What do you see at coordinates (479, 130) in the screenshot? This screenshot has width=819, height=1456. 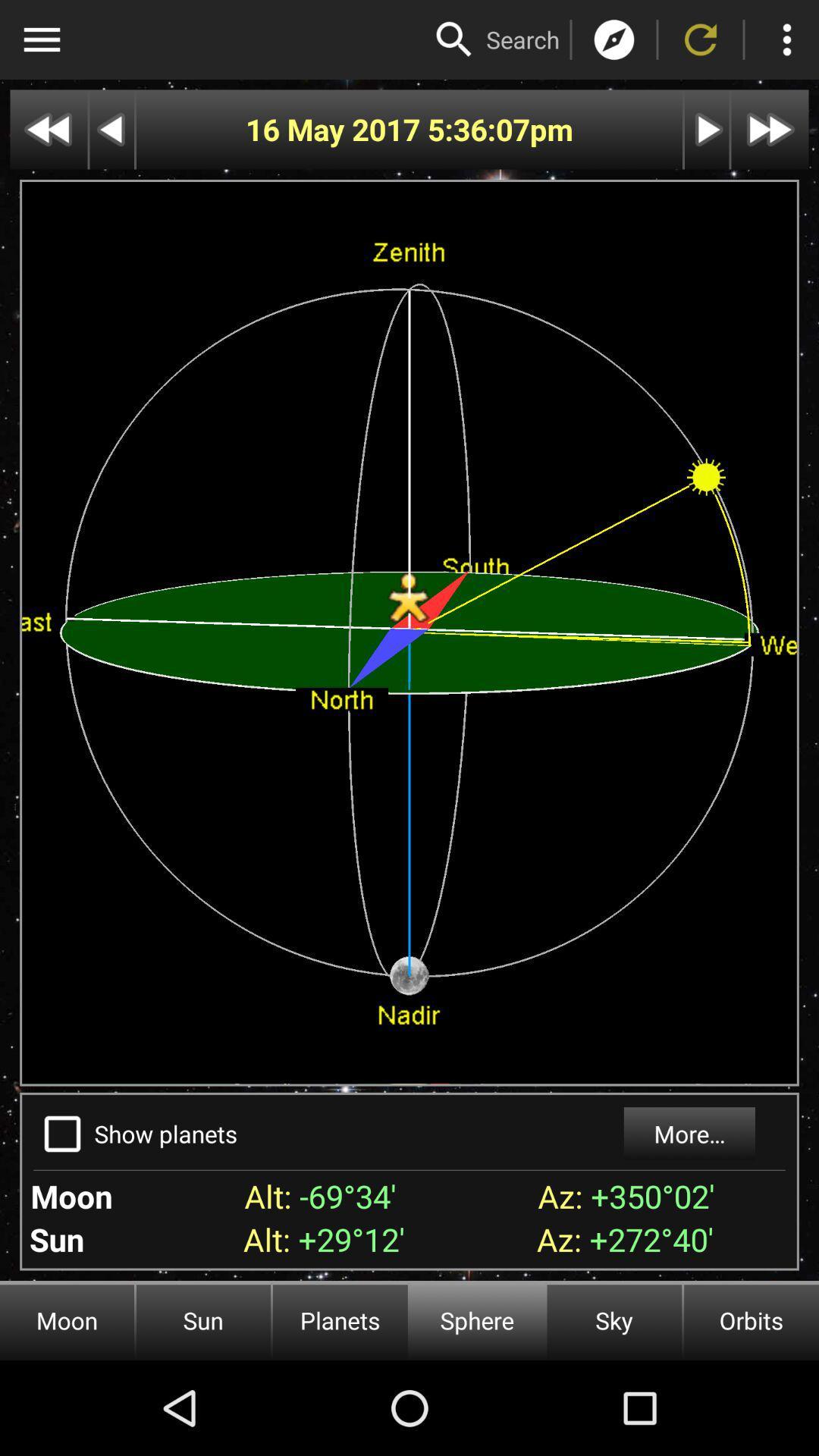 I see `the item to the right of the 16 may 2017` at bounding box center [479, 130].